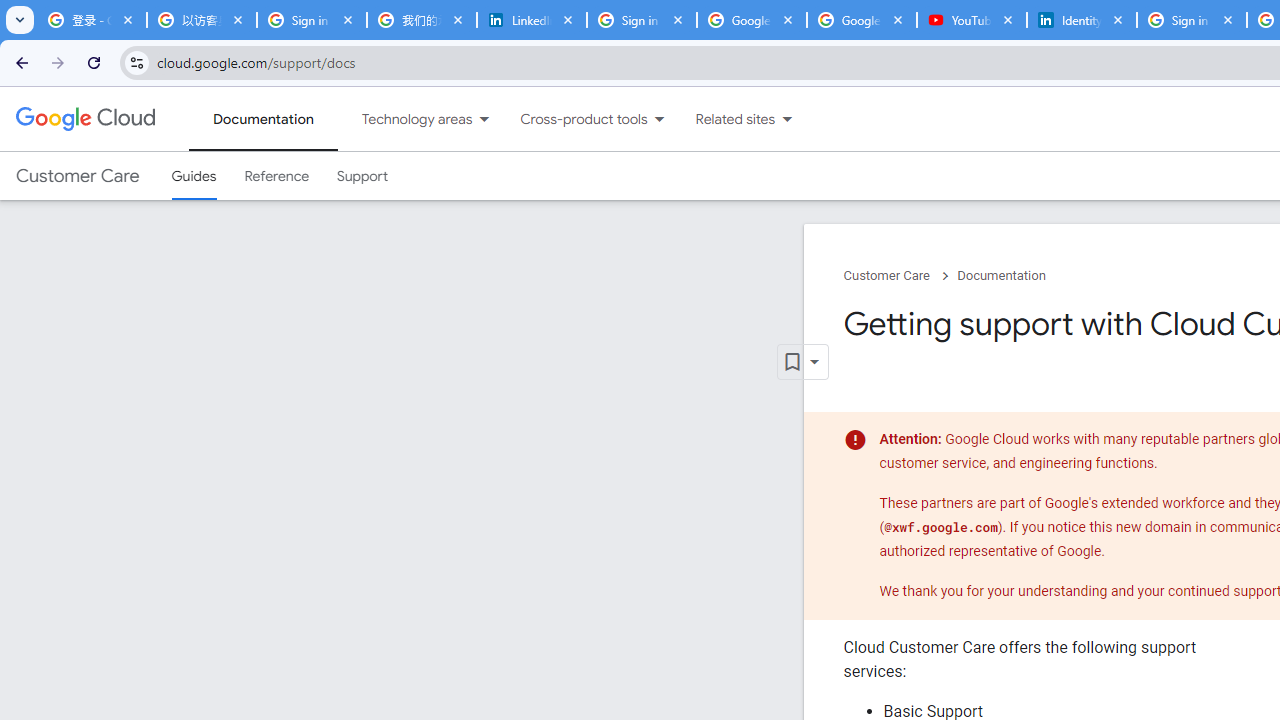  Describe the element at coordinates (659, 119) in the screenshot. I see `'Dropdown menu for Cross-product tools'` at that location.